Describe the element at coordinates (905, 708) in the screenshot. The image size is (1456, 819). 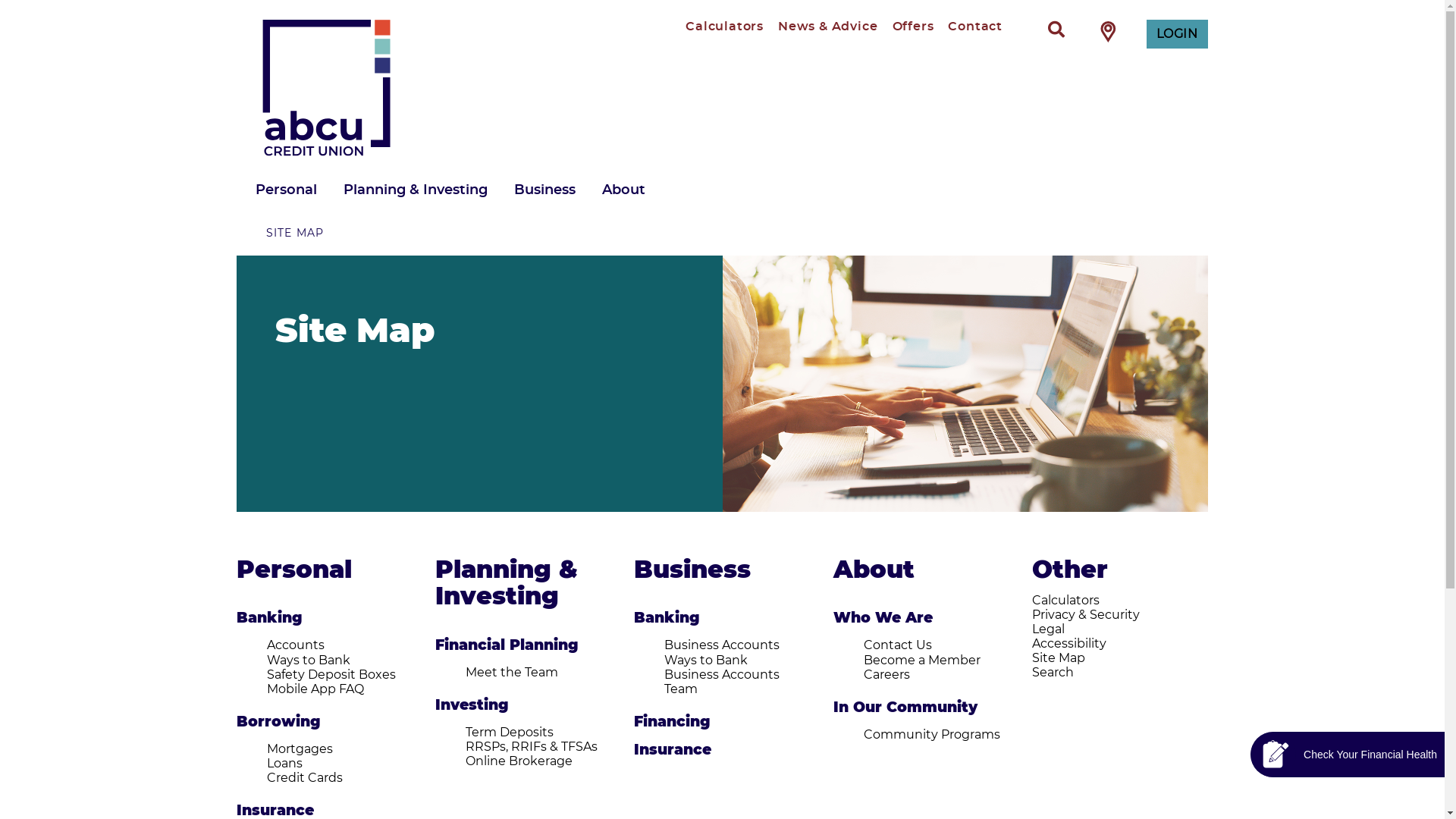
I see `'In Our Community'` at that location.